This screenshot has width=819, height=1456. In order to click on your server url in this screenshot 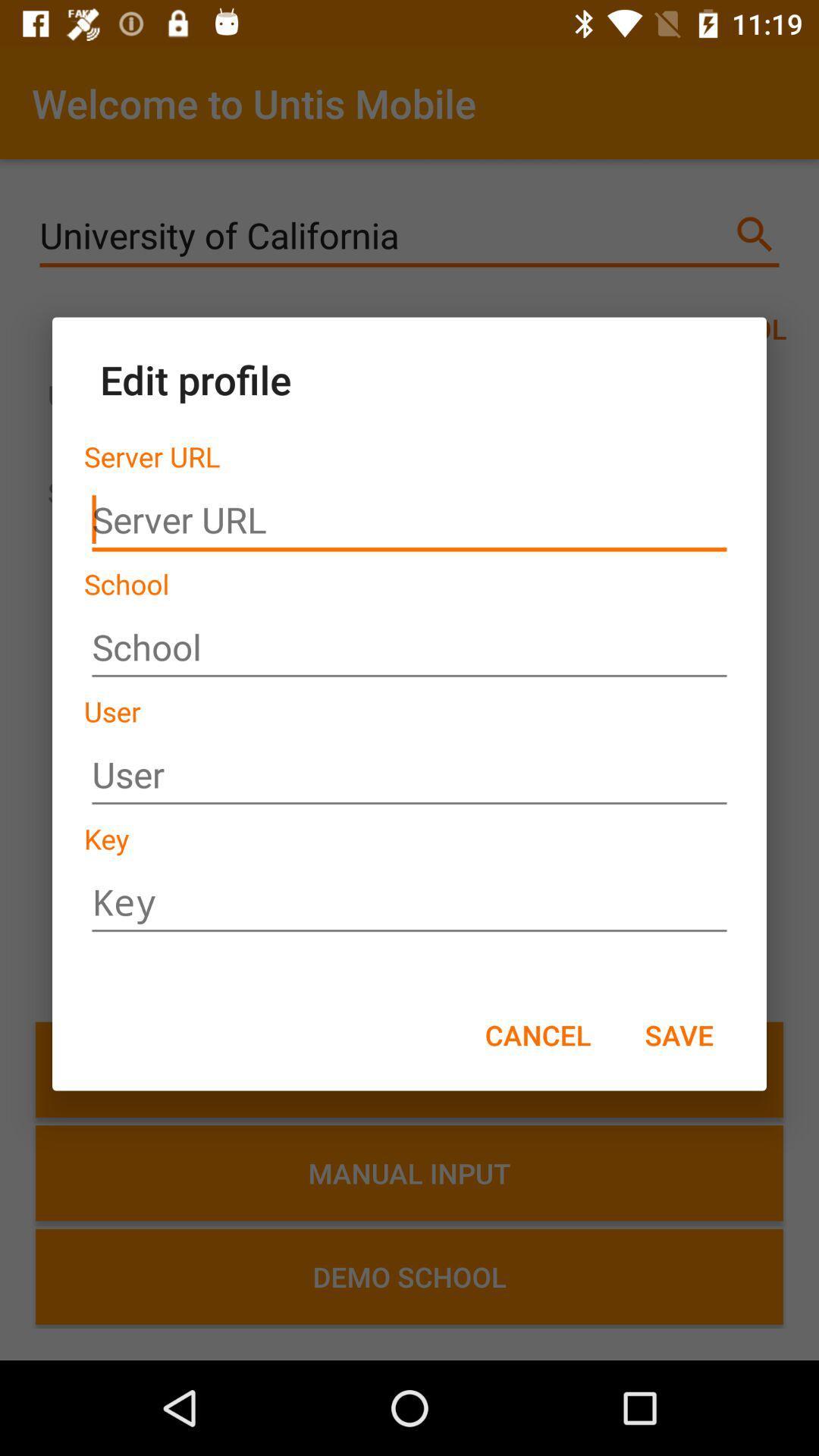, I will do `click(409, 520)`.